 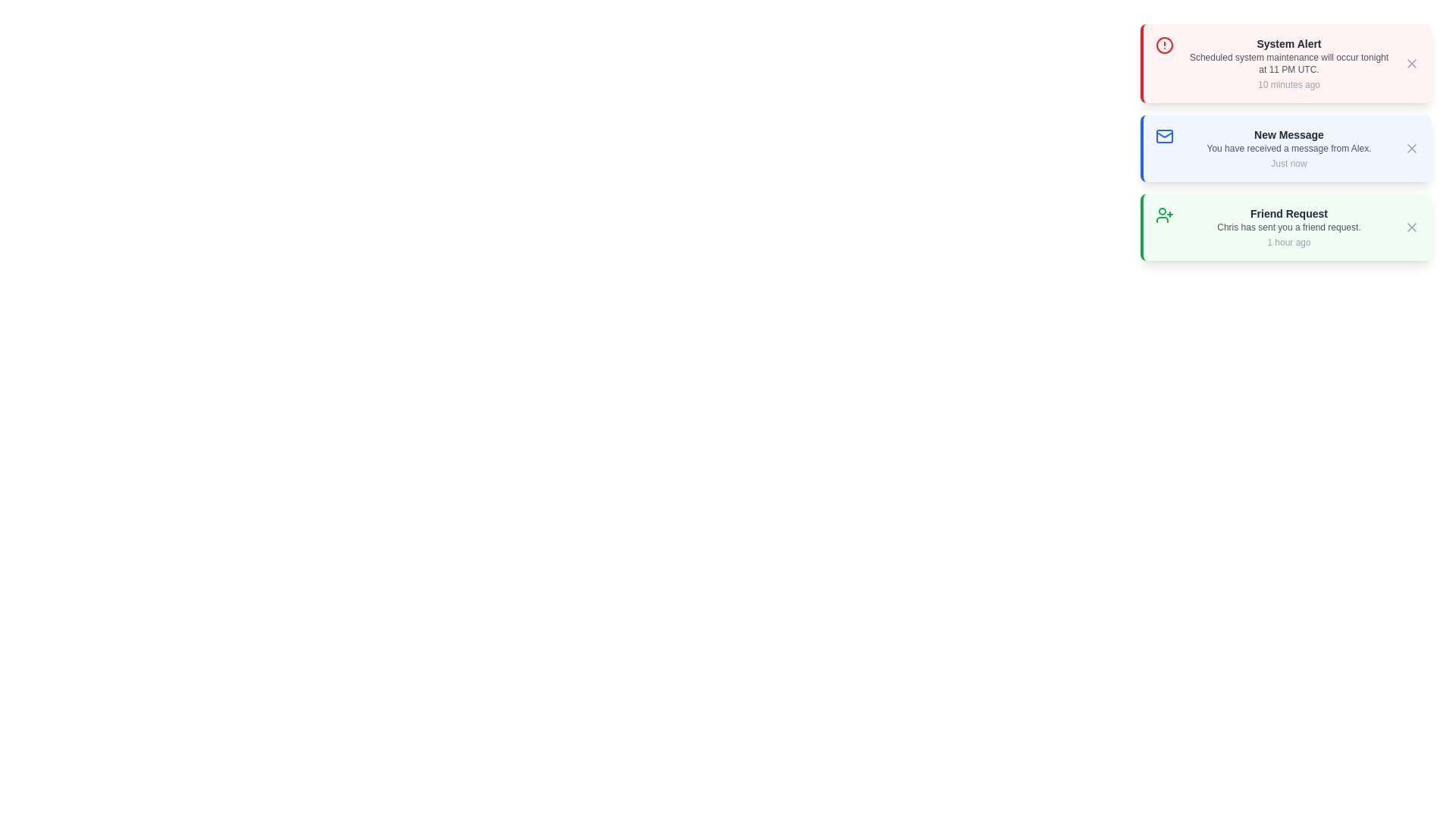 I want to click on the close button located at the far right of the 'System Alert' notification, so click(x=1411, y=63).